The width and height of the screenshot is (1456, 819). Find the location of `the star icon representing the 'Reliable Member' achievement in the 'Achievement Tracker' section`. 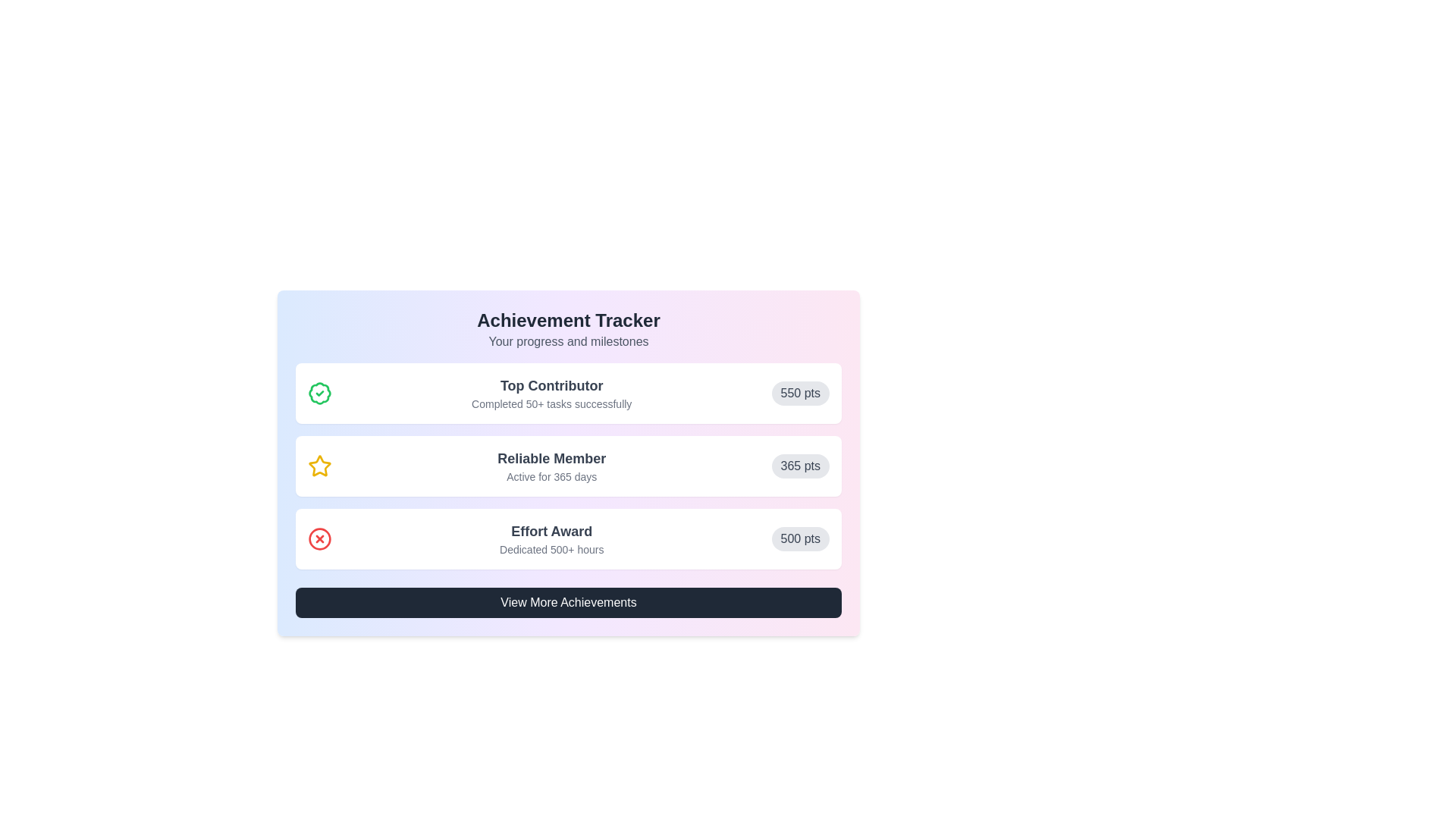

the star icon representing the 'Reliable Member' achievement in the 'Achievement Tracker' section is located at coordinates (319, 465).